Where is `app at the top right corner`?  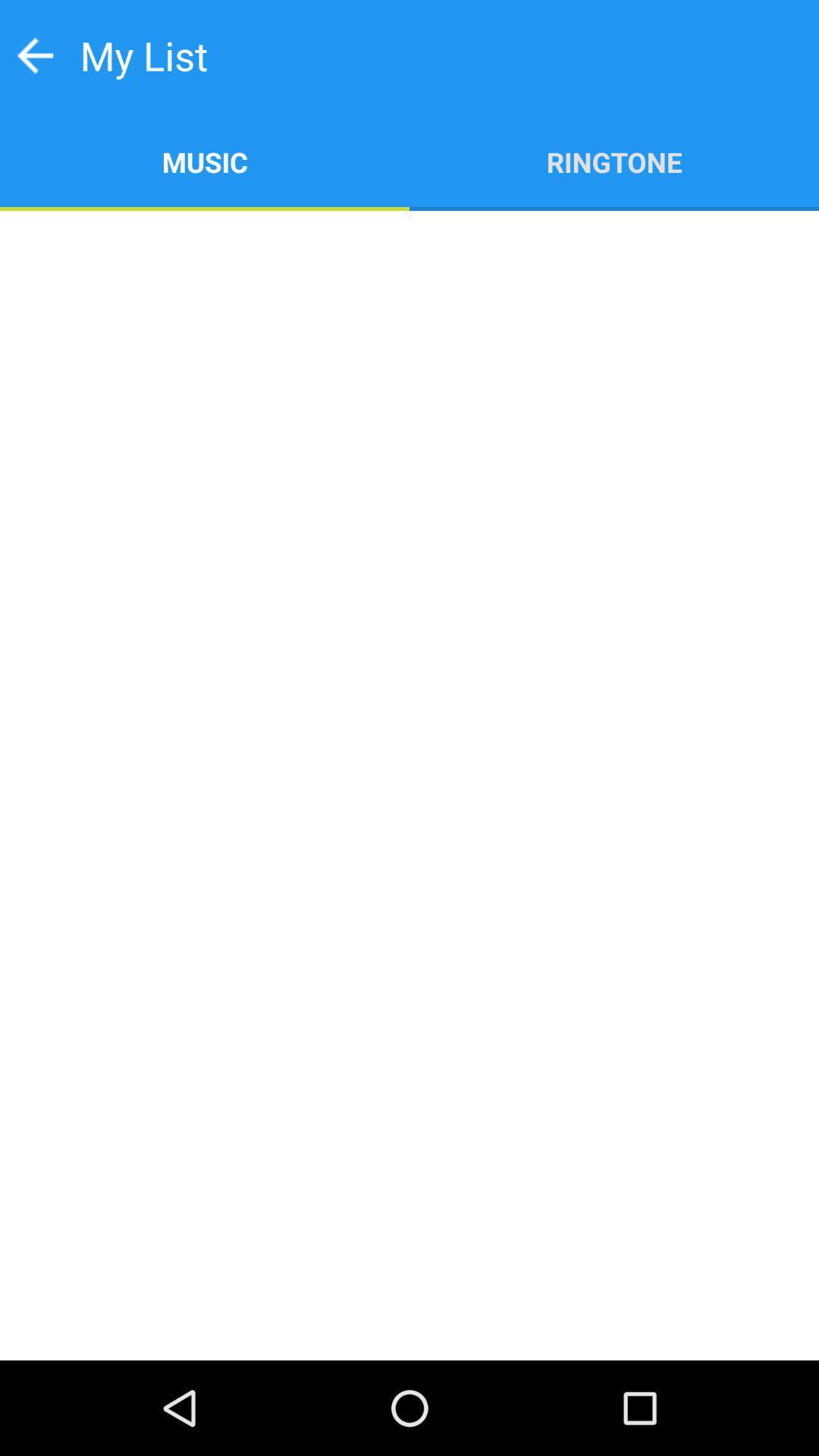
app at the top right corner is located at coordinates (614, 161).